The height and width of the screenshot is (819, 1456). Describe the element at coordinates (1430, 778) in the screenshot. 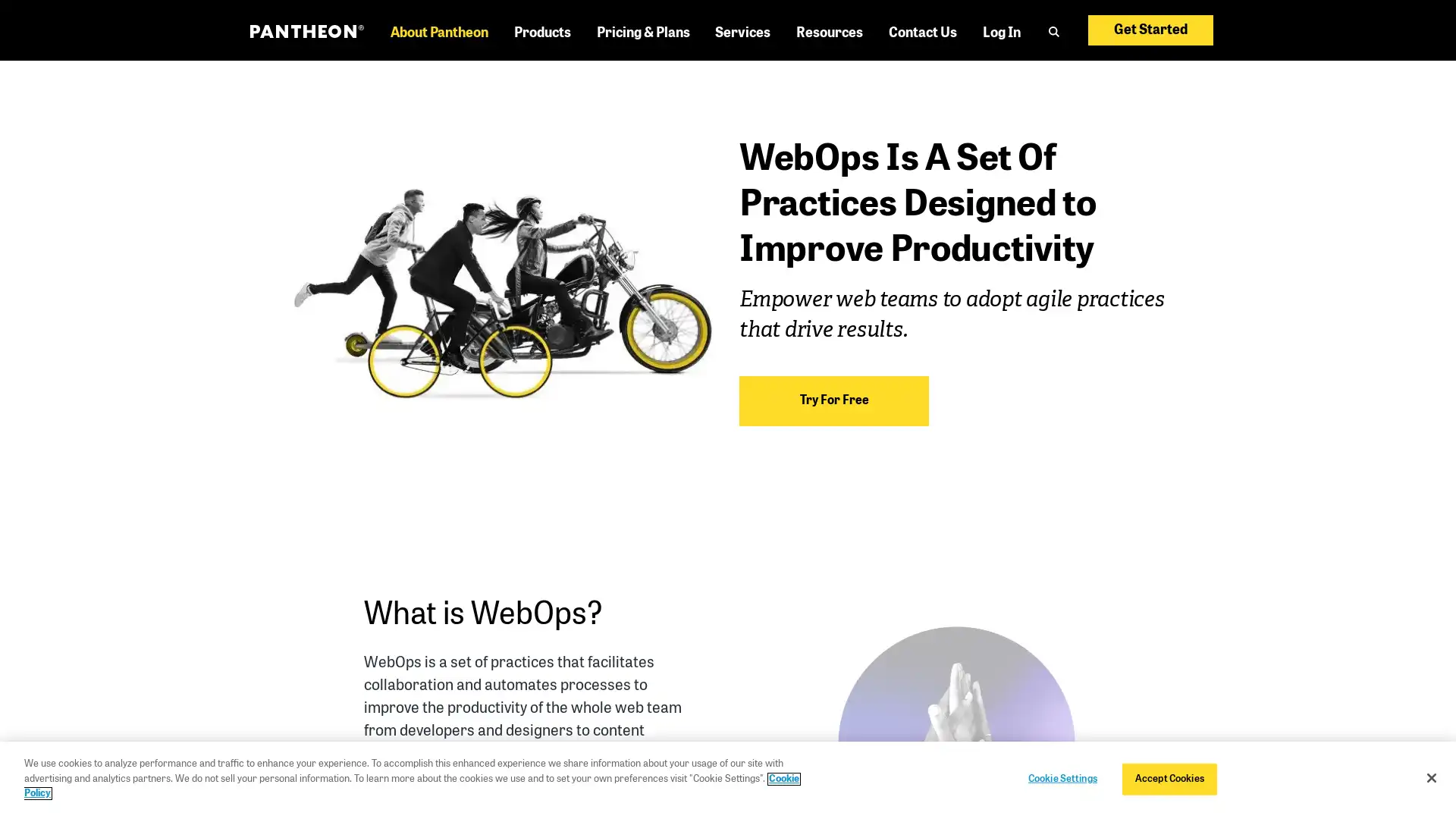

I see `Close` at that location.